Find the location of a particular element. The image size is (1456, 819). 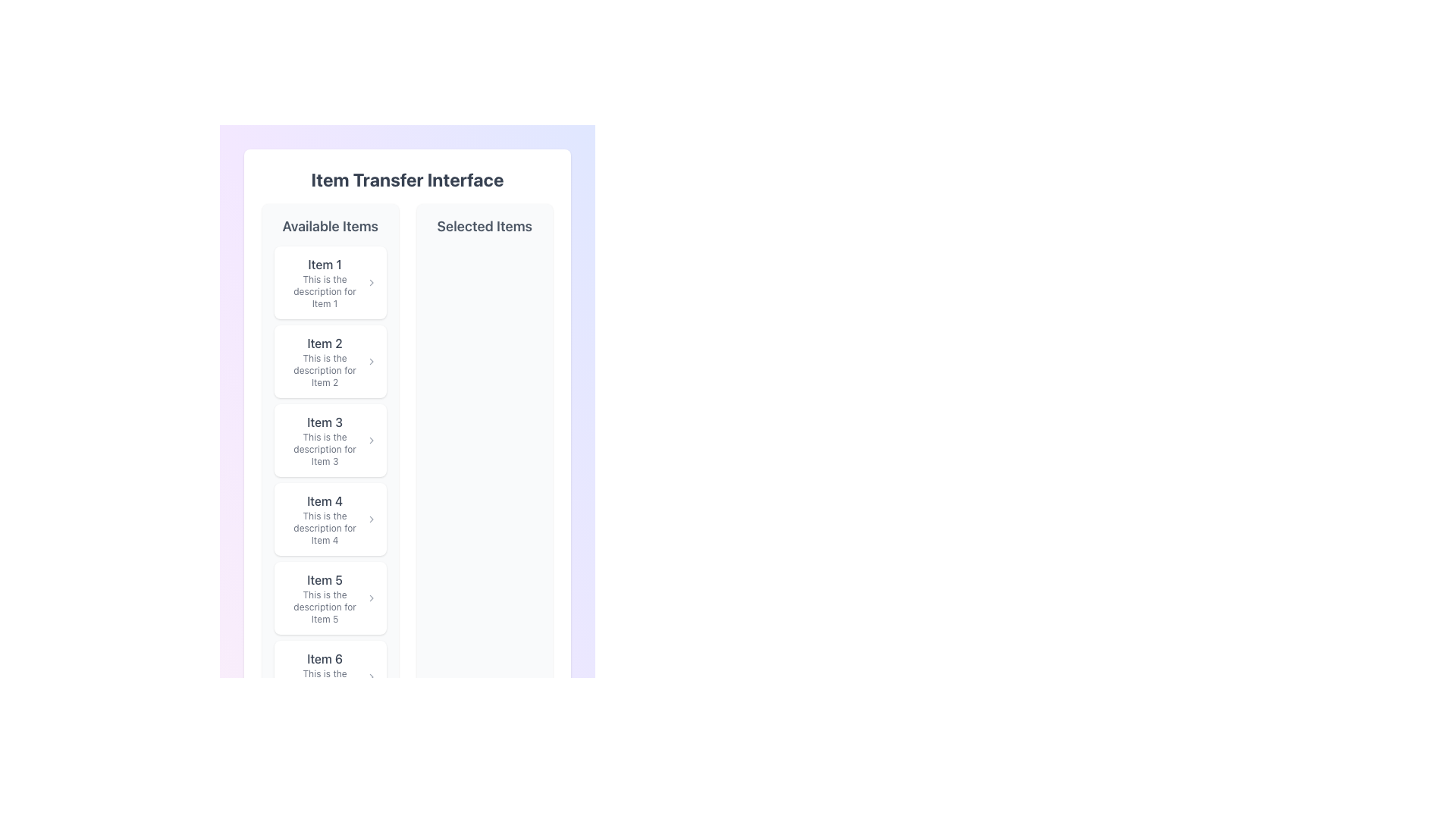

the text component titled 'Item 1' which includes a heading and a description in the 'Available Items' section of the top-left panel is located at coordinates (324, 283).